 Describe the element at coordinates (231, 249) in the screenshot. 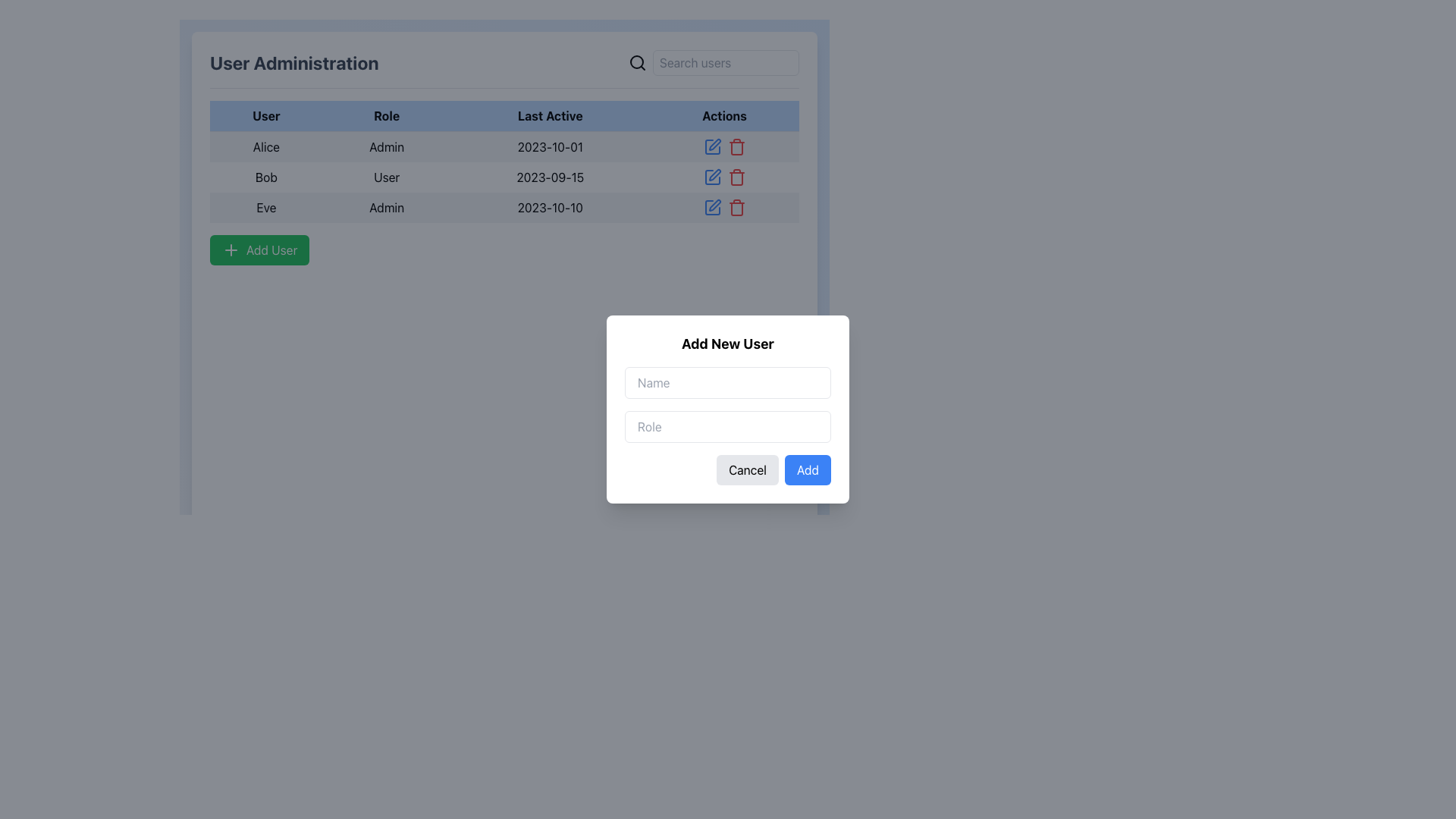

I see `the 'Add User' button icon, which is located on the left side of the button in the 'User Administration' section to initiate the user addition process` at that location.